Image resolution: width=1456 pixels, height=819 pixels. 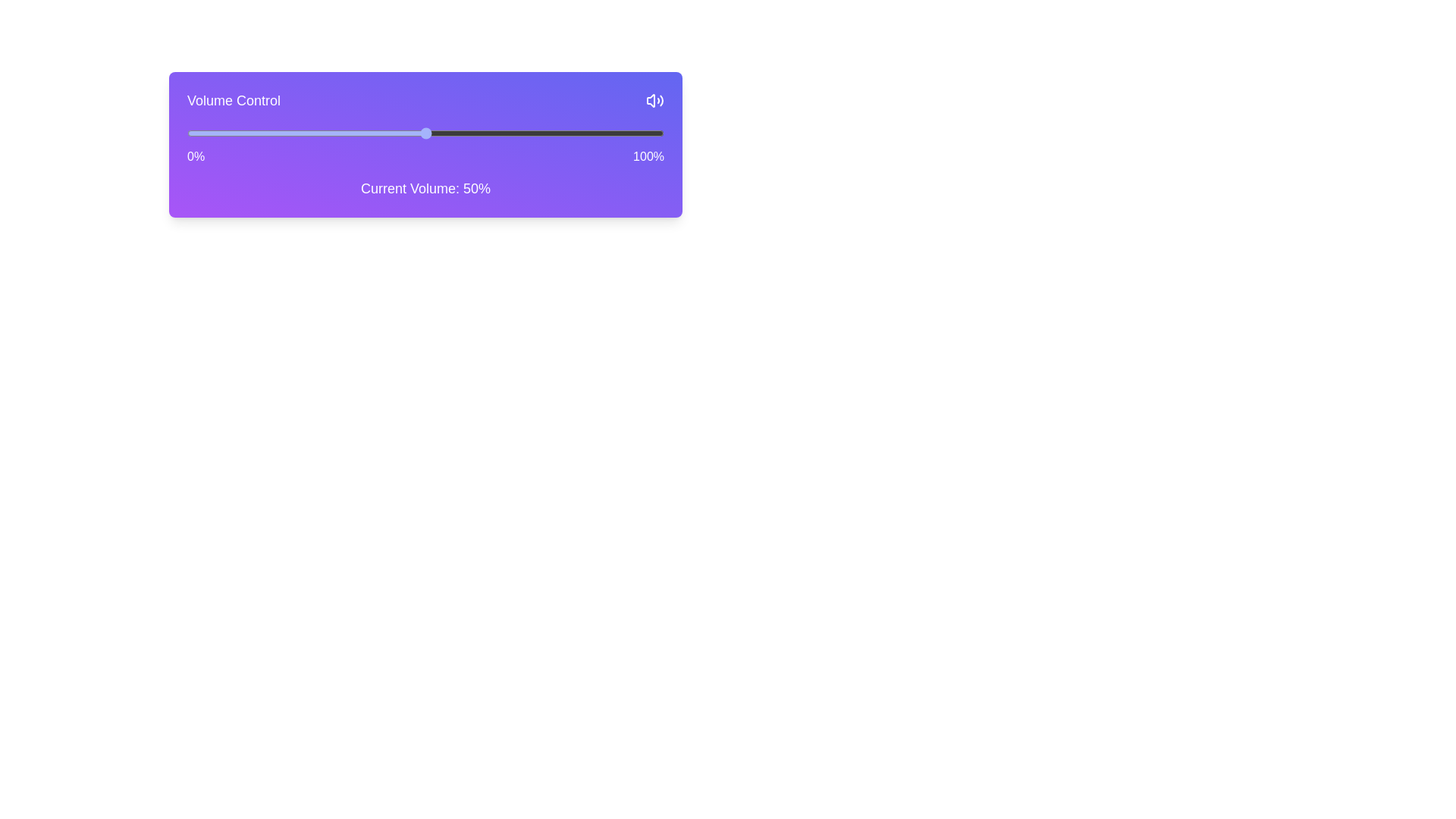 I want to click on the textual label indicating the maximum percentage value at the right end of the progress scale, so click(x=648, y=157).